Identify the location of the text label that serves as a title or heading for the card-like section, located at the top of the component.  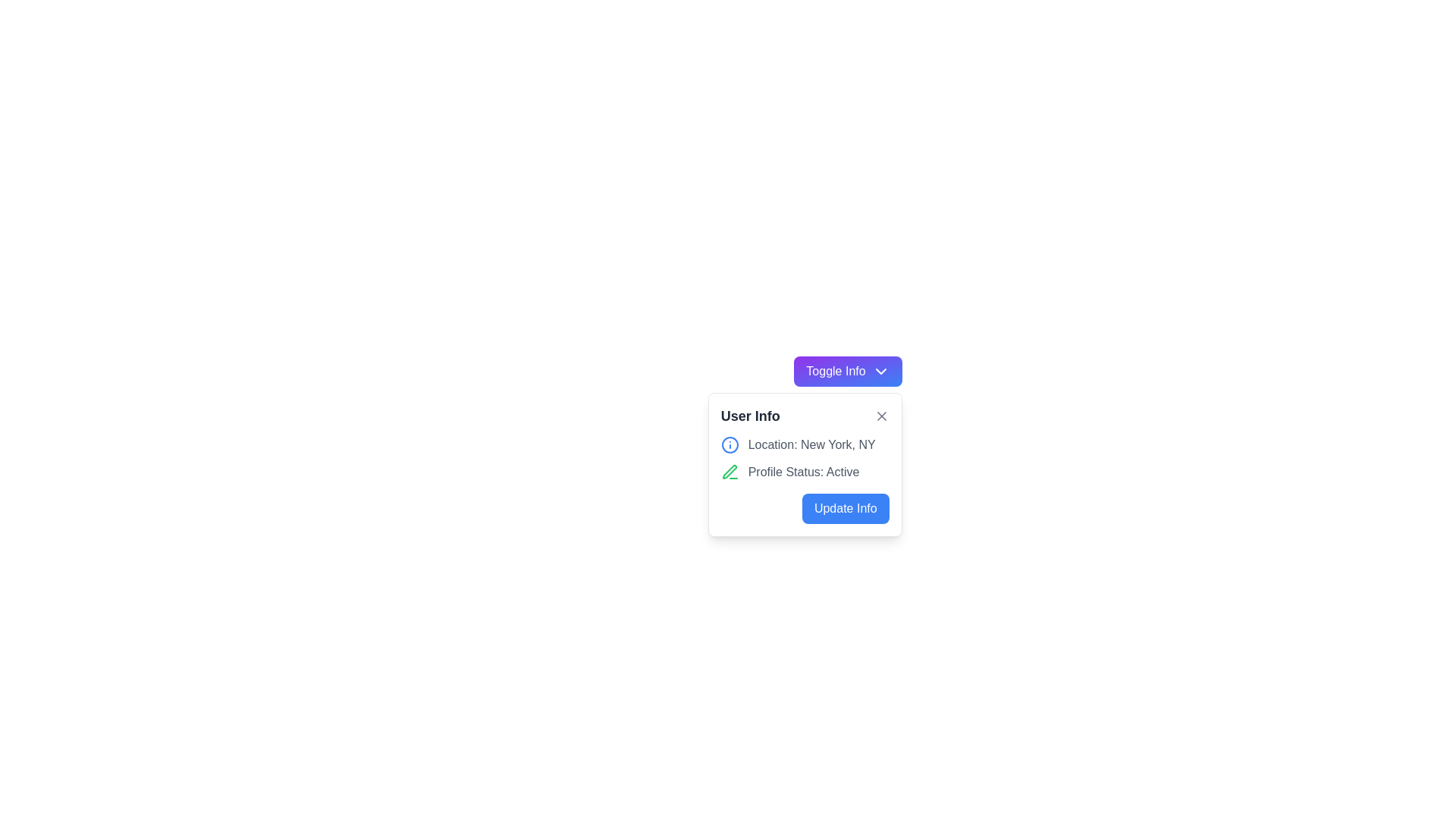
(750, 416).